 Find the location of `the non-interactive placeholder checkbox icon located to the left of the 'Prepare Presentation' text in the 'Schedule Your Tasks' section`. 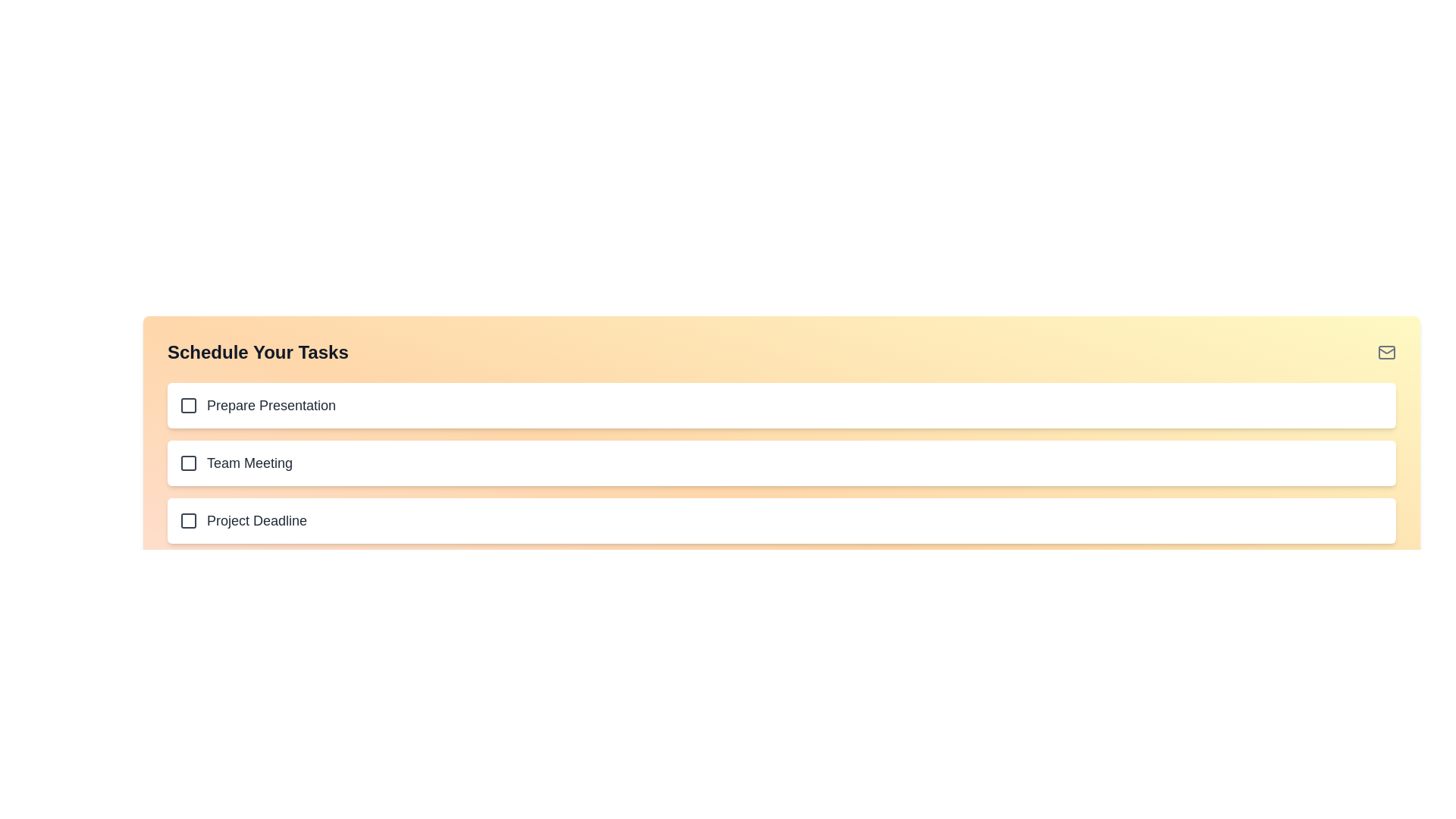

the non-interactive placeholder checkbox icon located to the left of the 'Prepare Presentation' text in the 'Schedule Your Tasks' section is located at coordinates (188, 405).